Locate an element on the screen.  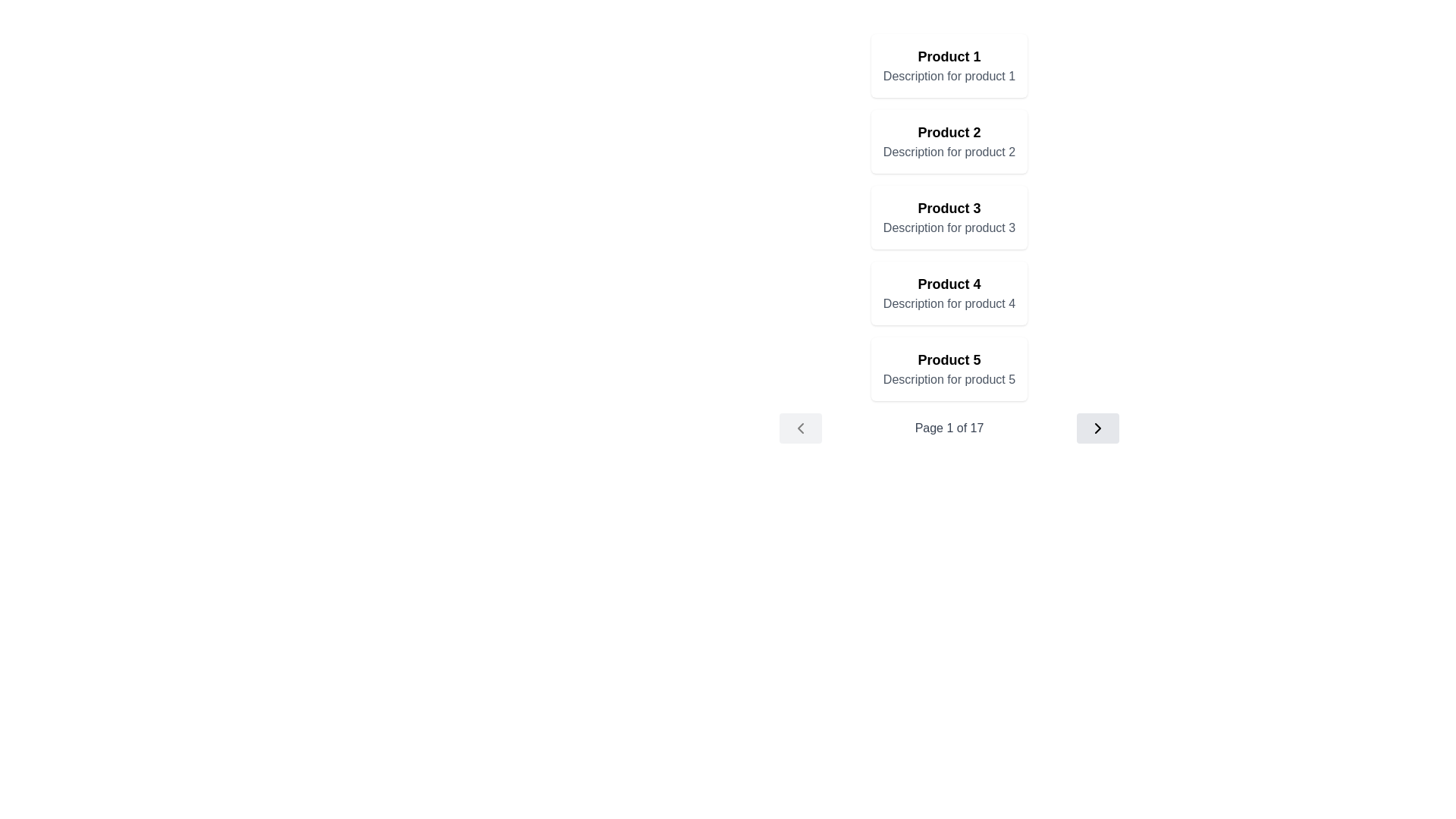
the text label displaying 'Page 1 of 17' located at the bottom of the interface, below the product list is located at coordinates (949, 428).